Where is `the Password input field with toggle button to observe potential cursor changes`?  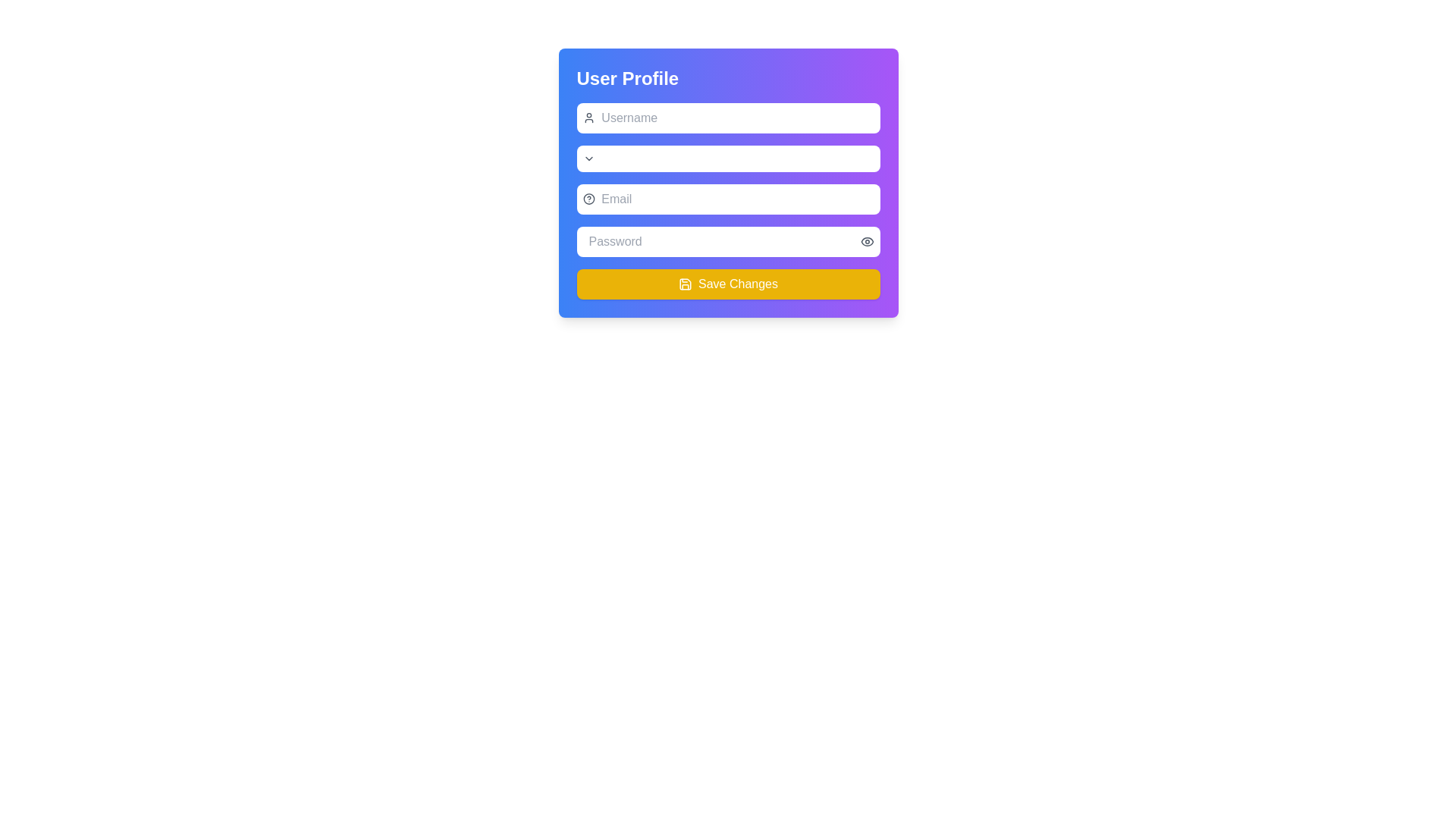 the Password input field with toggle button to observe potential cursor changes is located at coordinates (728, 241).